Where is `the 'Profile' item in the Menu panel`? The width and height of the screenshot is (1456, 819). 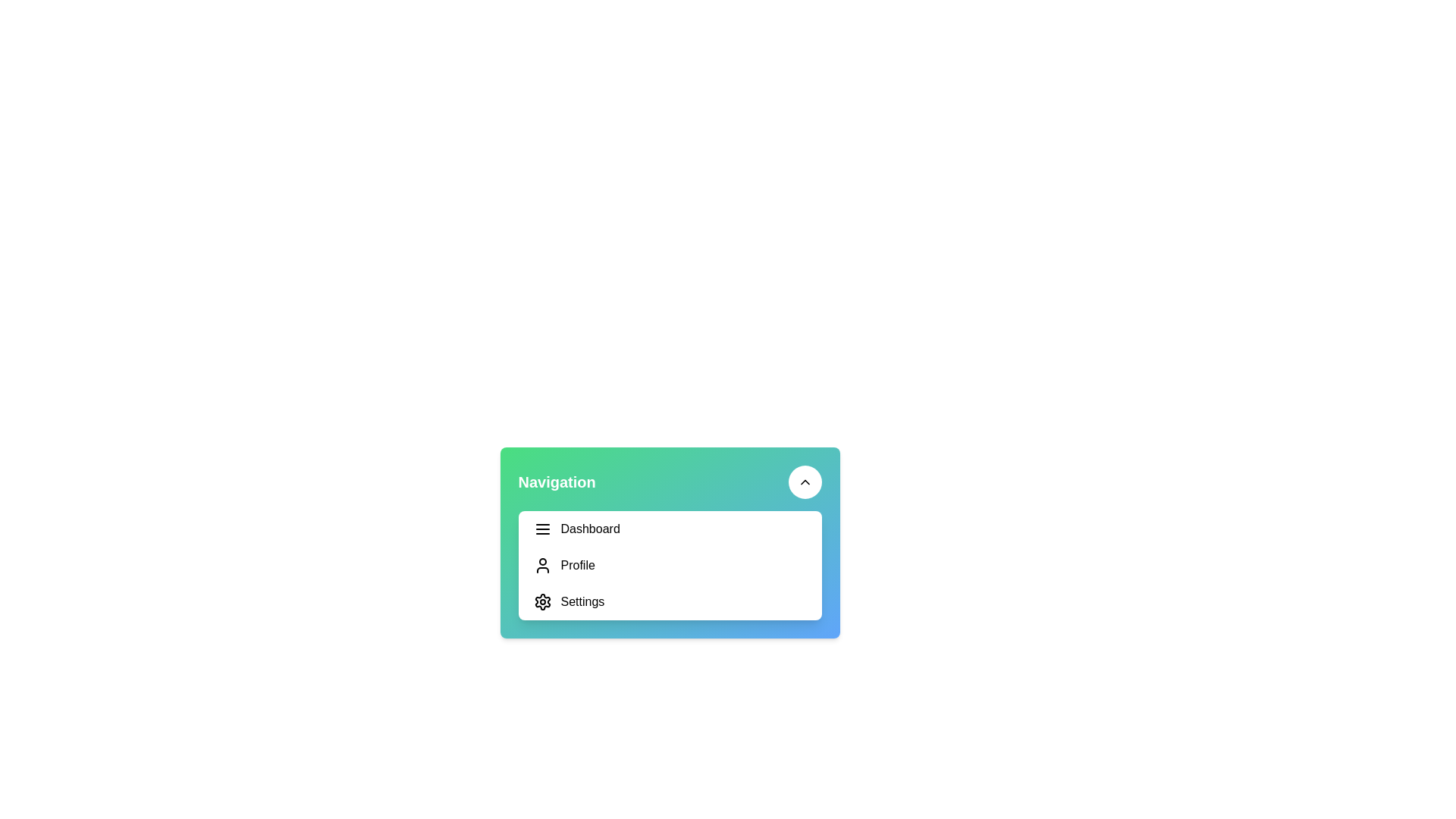
the 'Profile' item in the Menu panel is located at coordinates (669, 565).